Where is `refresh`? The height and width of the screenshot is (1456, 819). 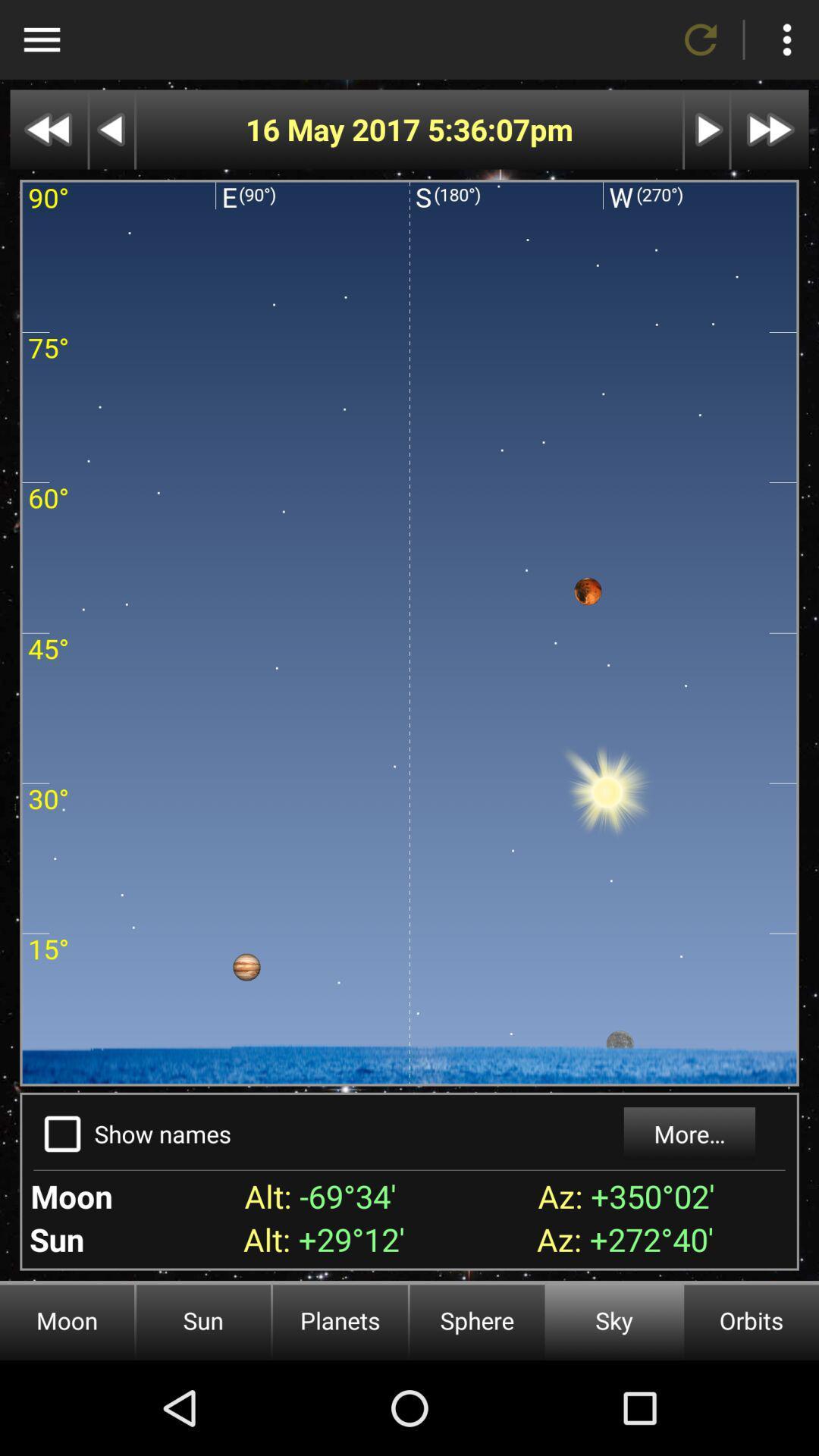 refresh is located at coordinates (701, 39).